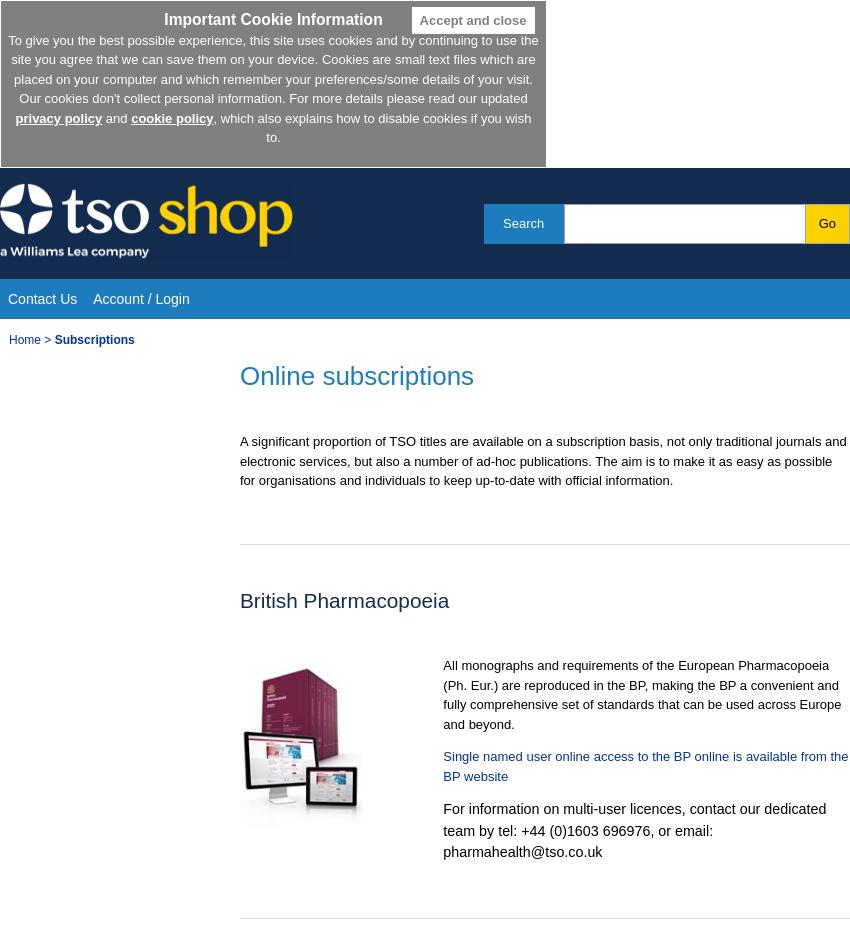 Image resolution: width=850 pixels, height=941 pixels. Describe the element at coordinates (41, 298) in the screenshot. I see `'Contact Us'` at that location.